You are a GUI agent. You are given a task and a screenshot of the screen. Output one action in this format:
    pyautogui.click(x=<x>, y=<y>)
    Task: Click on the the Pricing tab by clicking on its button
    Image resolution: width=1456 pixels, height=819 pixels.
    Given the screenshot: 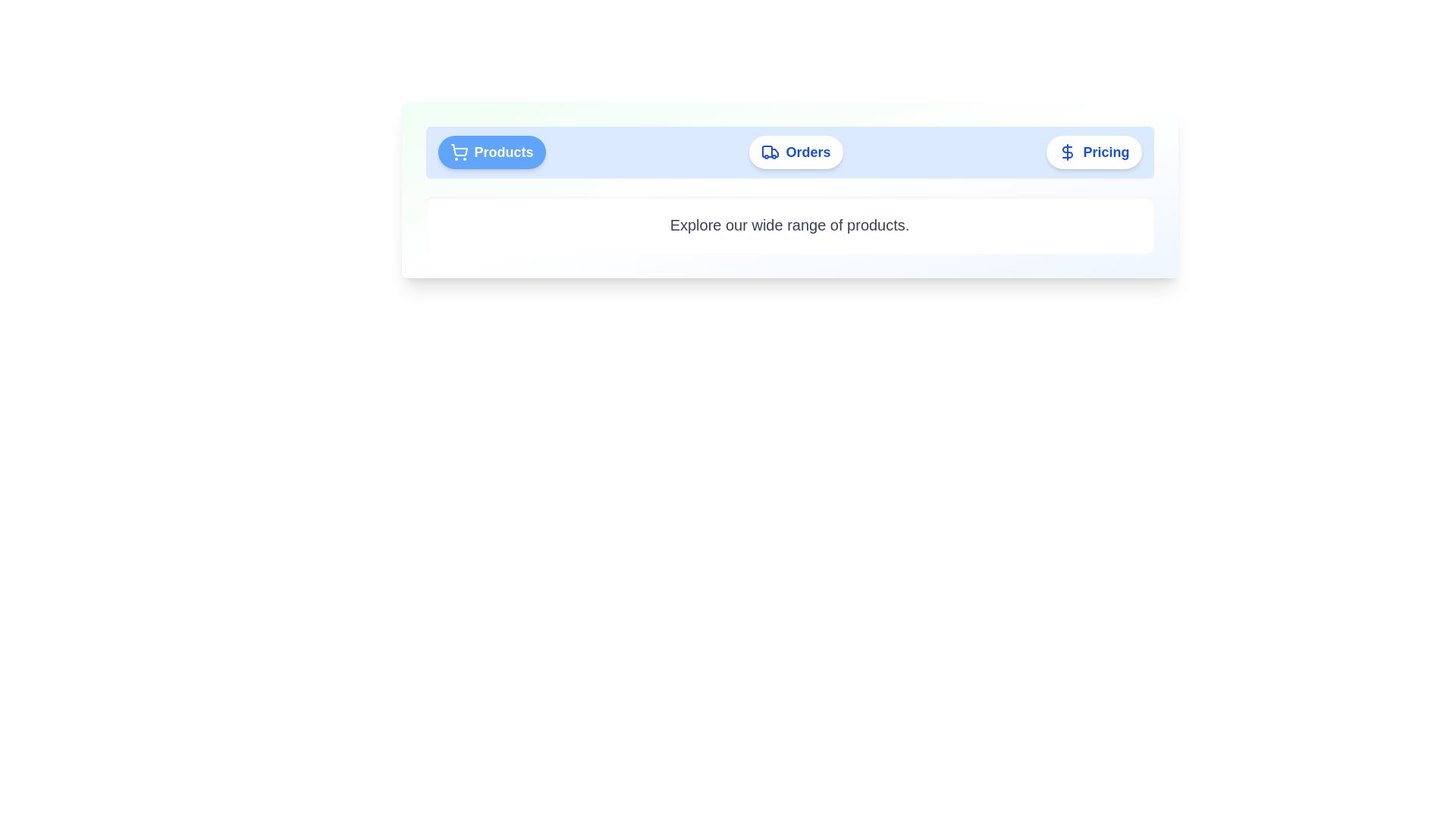 What is the action you would take?
    pyautogui.click(x=1094, y=152)
    